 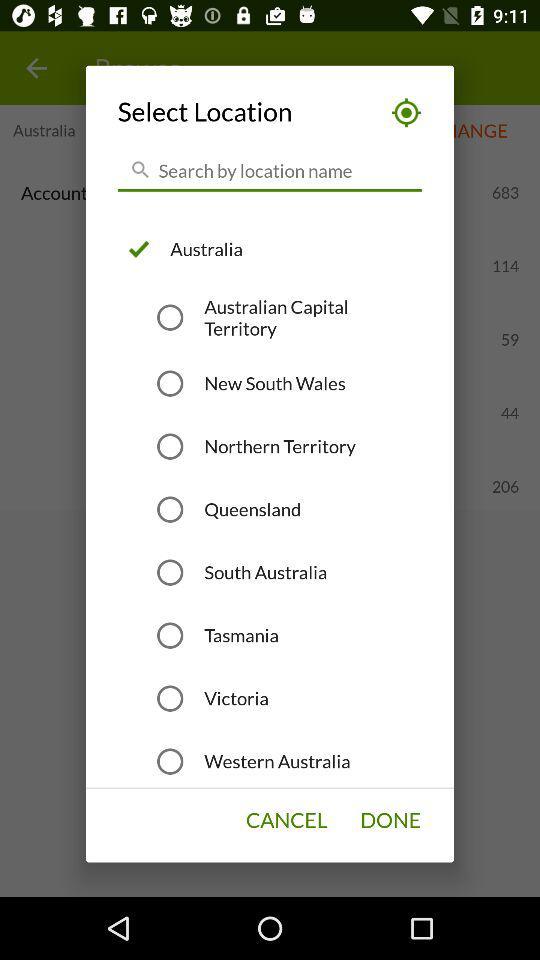 I want to click on item to the right of select location item, so click(x=399, y=112).